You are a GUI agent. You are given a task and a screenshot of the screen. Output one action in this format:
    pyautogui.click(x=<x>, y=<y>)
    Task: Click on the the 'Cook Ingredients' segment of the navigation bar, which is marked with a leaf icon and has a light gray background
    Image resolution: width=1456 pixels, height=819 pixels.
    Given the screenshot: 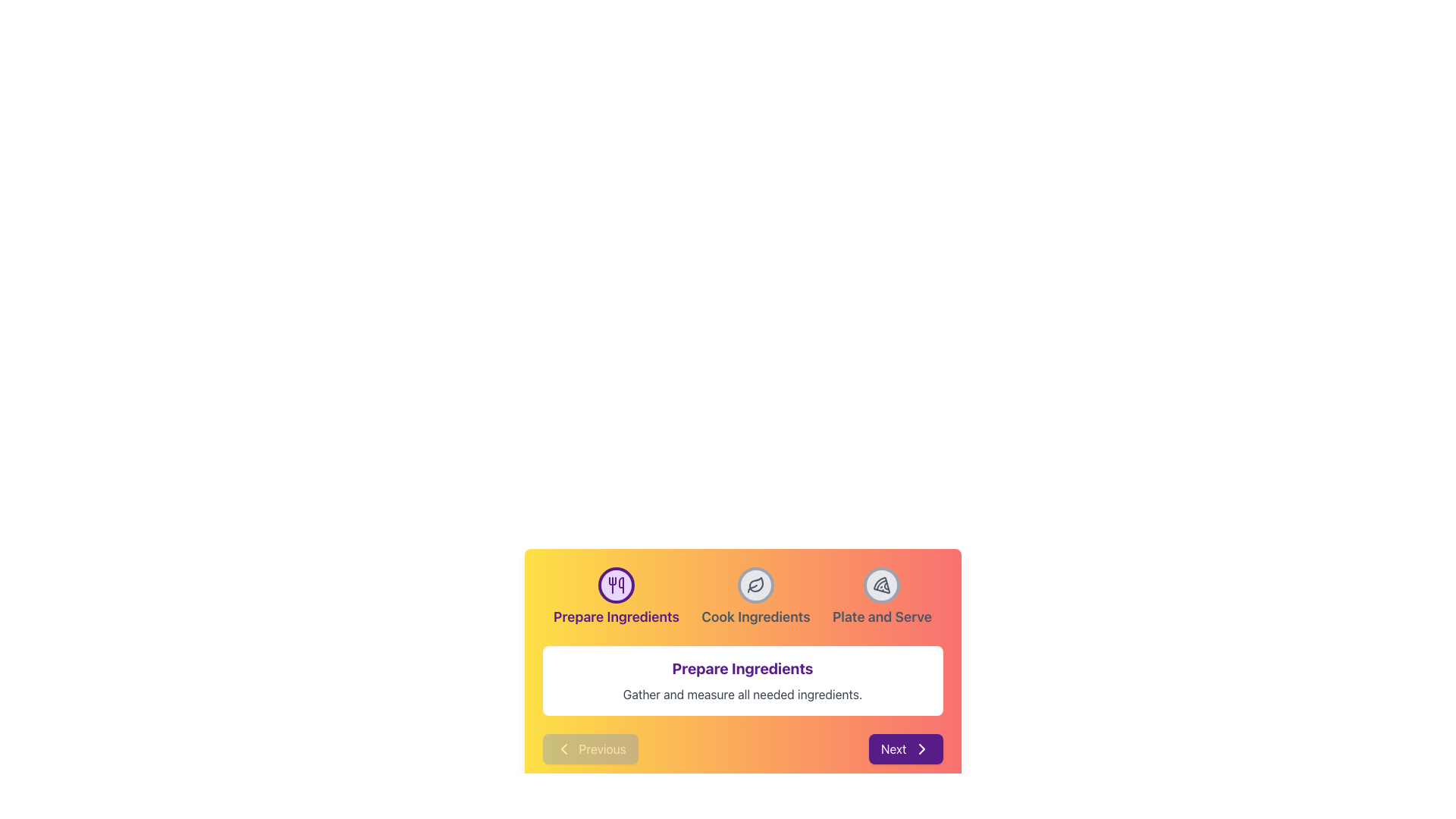 What is the action you would take?
    pyautogui.click(x=742, y=596)
    